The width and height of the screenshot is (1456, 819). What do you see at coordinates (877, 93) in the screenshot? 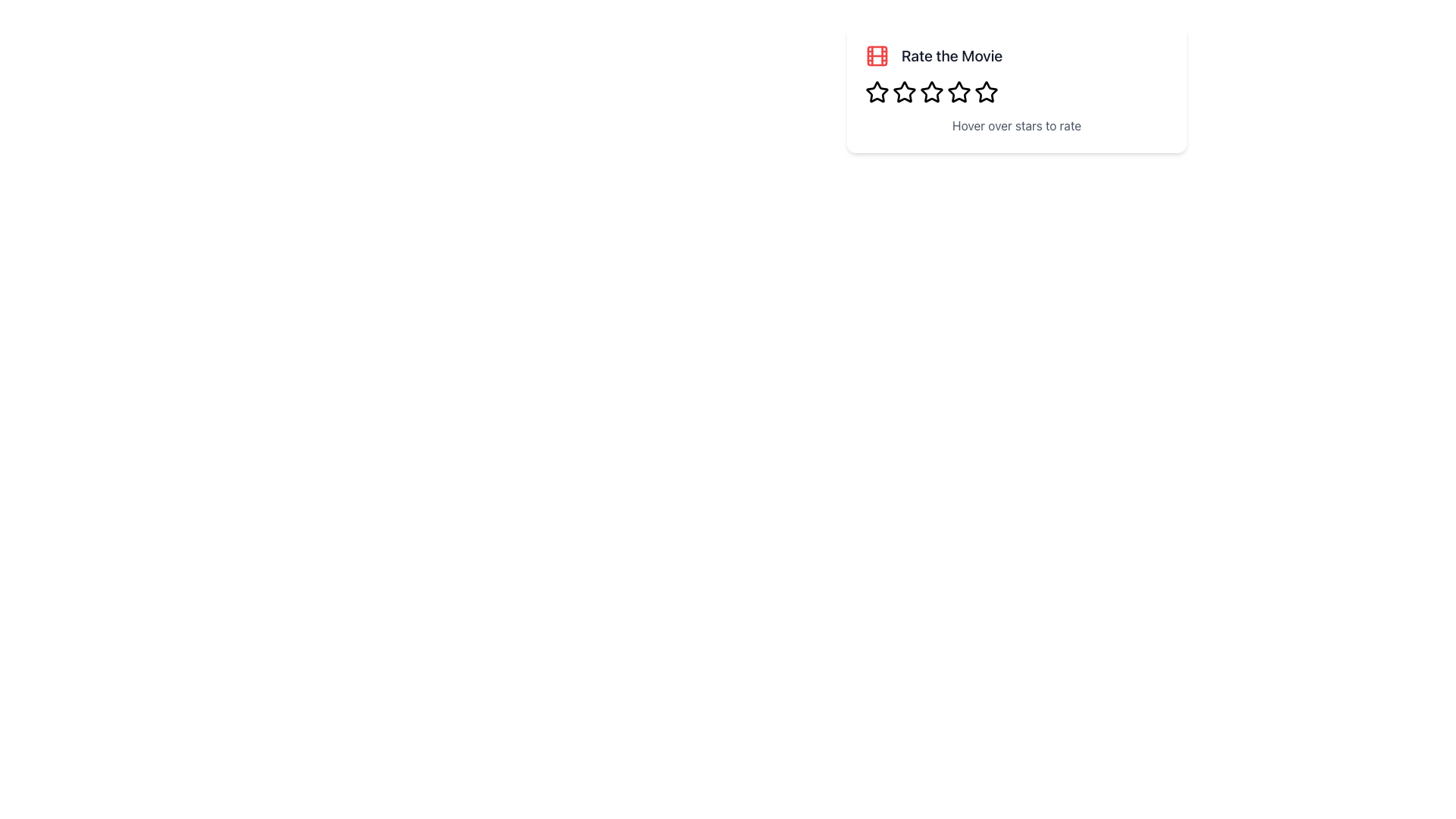
I see `the first star icon, which is outlined with bold black edges` at bounding box center [877, 93].